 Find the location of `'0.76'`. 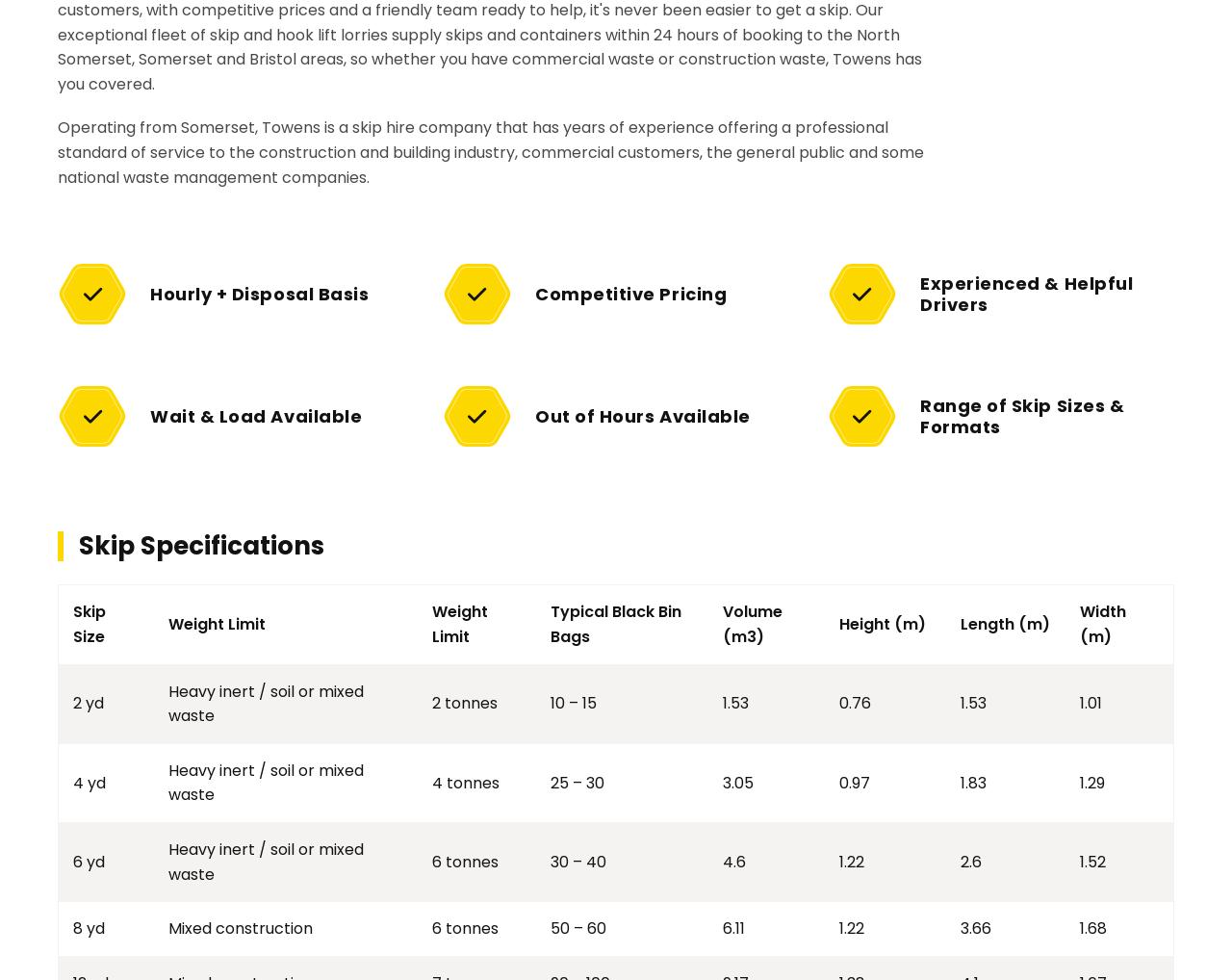

'0.76' is located at coordinates (854, 702).